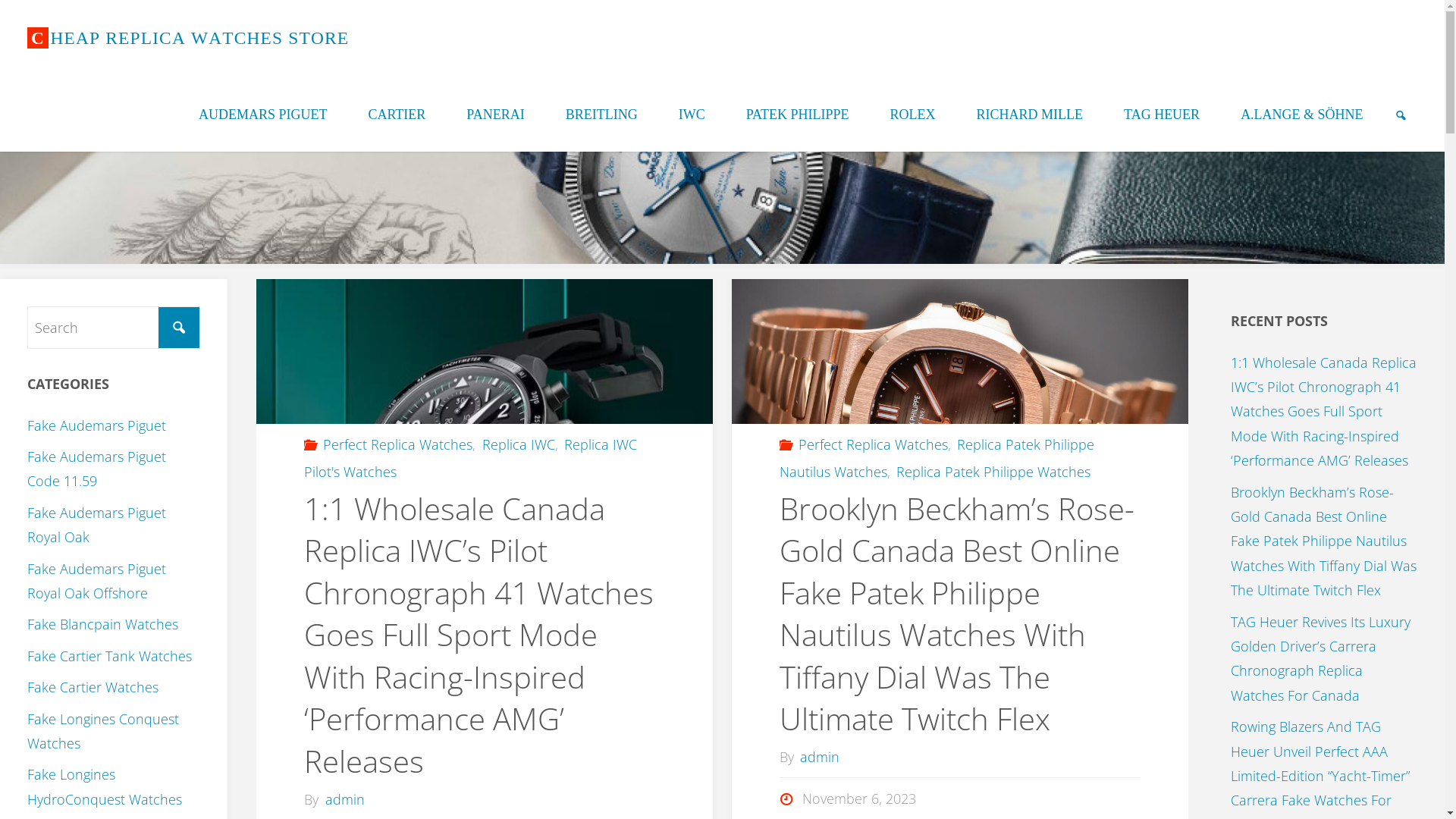  Describe the element at coordinates (787, 798) in the screenshot. I see `'Date'` at that location.